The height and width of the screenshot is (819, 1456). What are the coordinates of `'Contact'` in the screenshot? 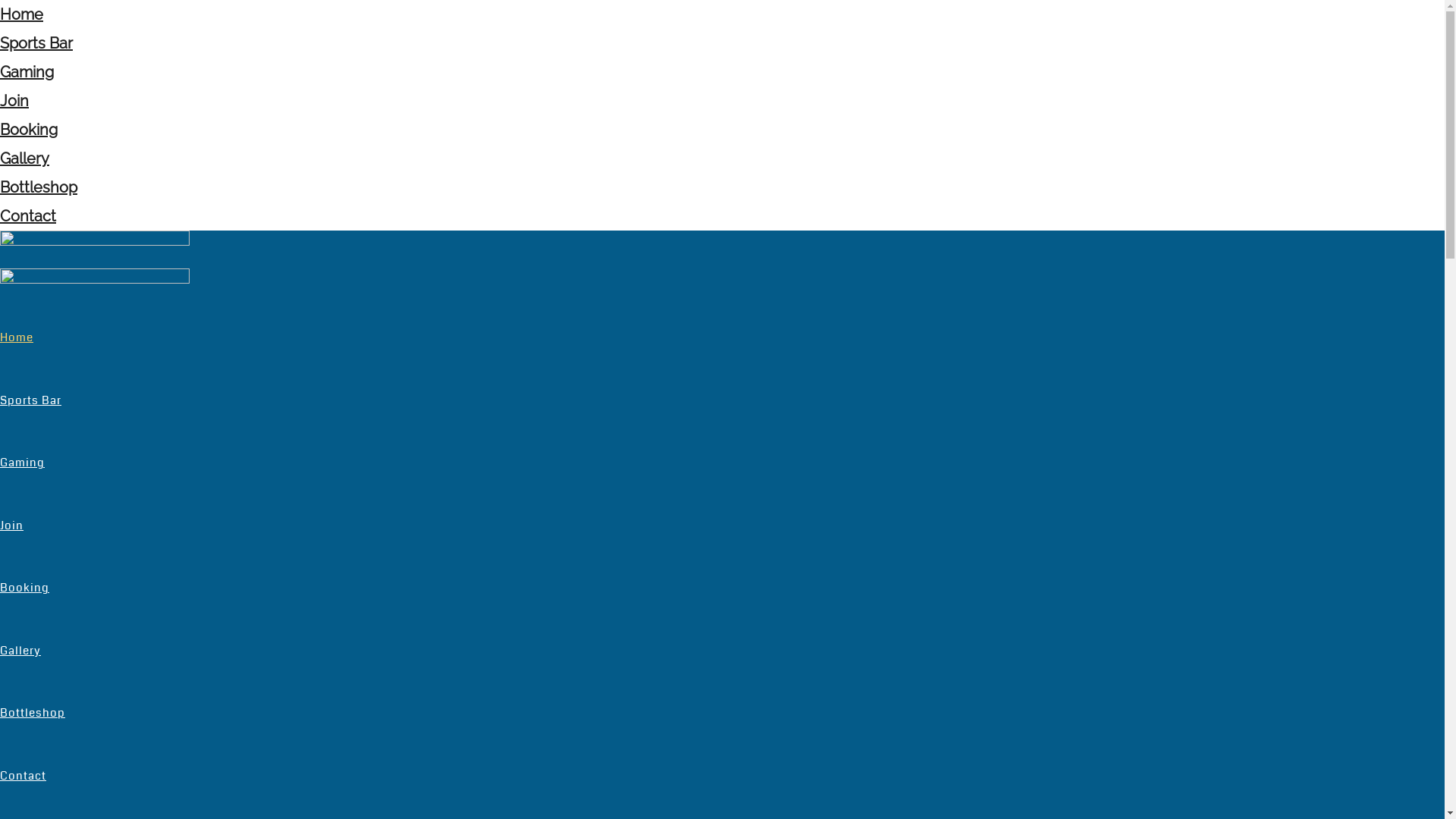 It's located at (23, 775).